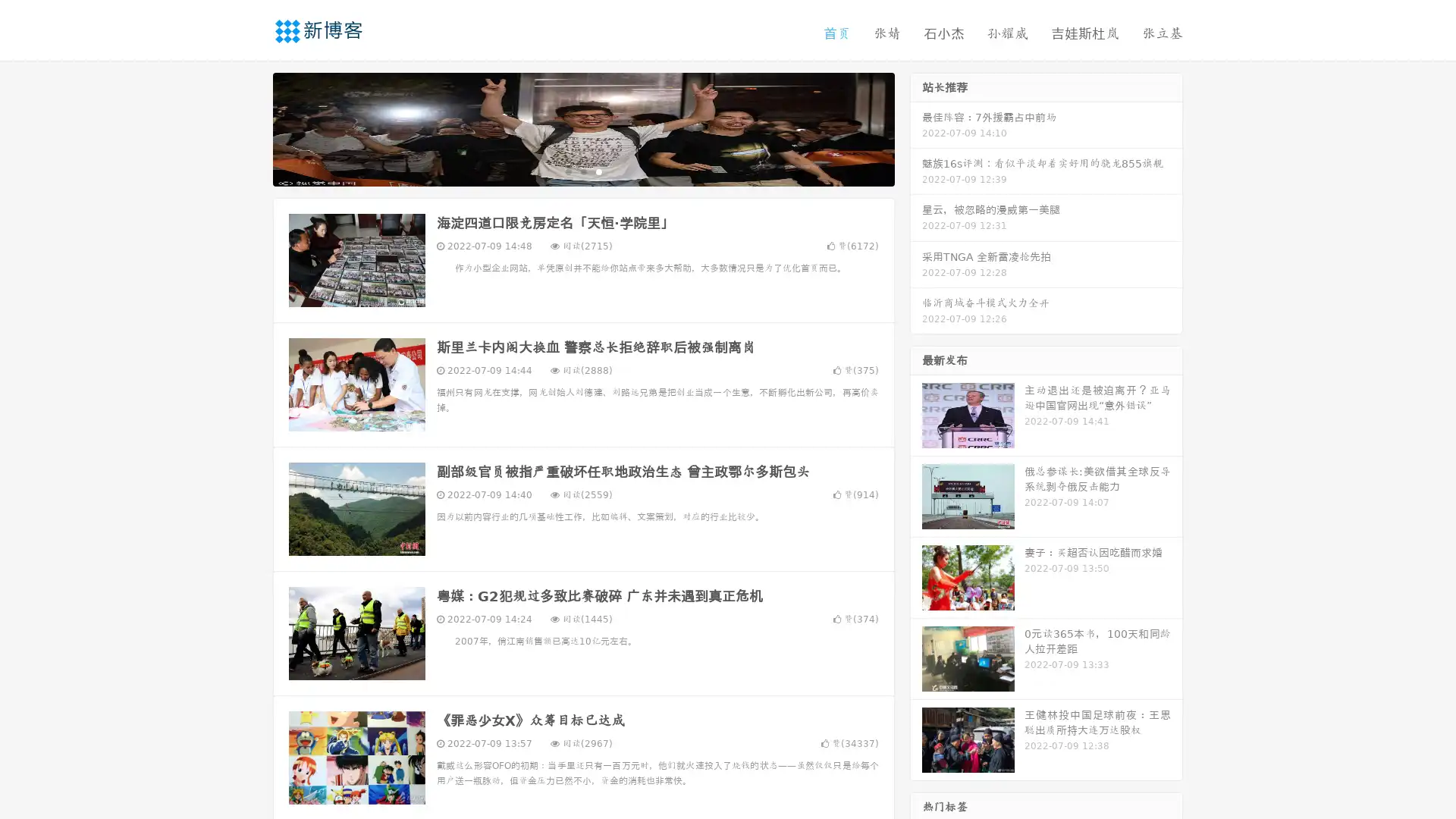  I want to click on Previous slide, so click(250, 127).